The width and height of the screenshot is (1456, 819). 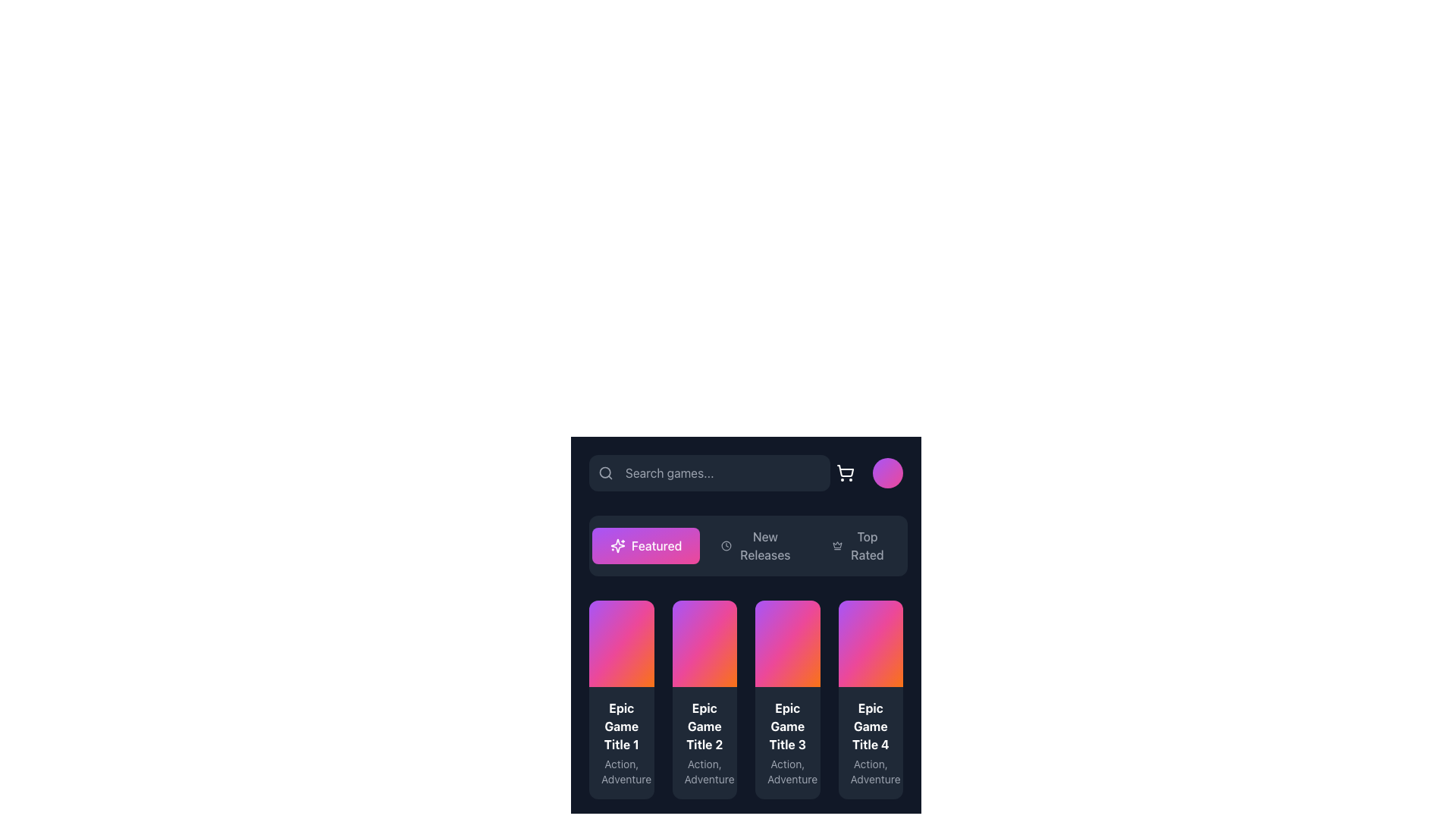 What do you see at coordinates (787, 704) in the screenshot?
I see `the text block element displaying 'Epic Game Title 3' in bold white font, which is` at bounding box center [787, 704].